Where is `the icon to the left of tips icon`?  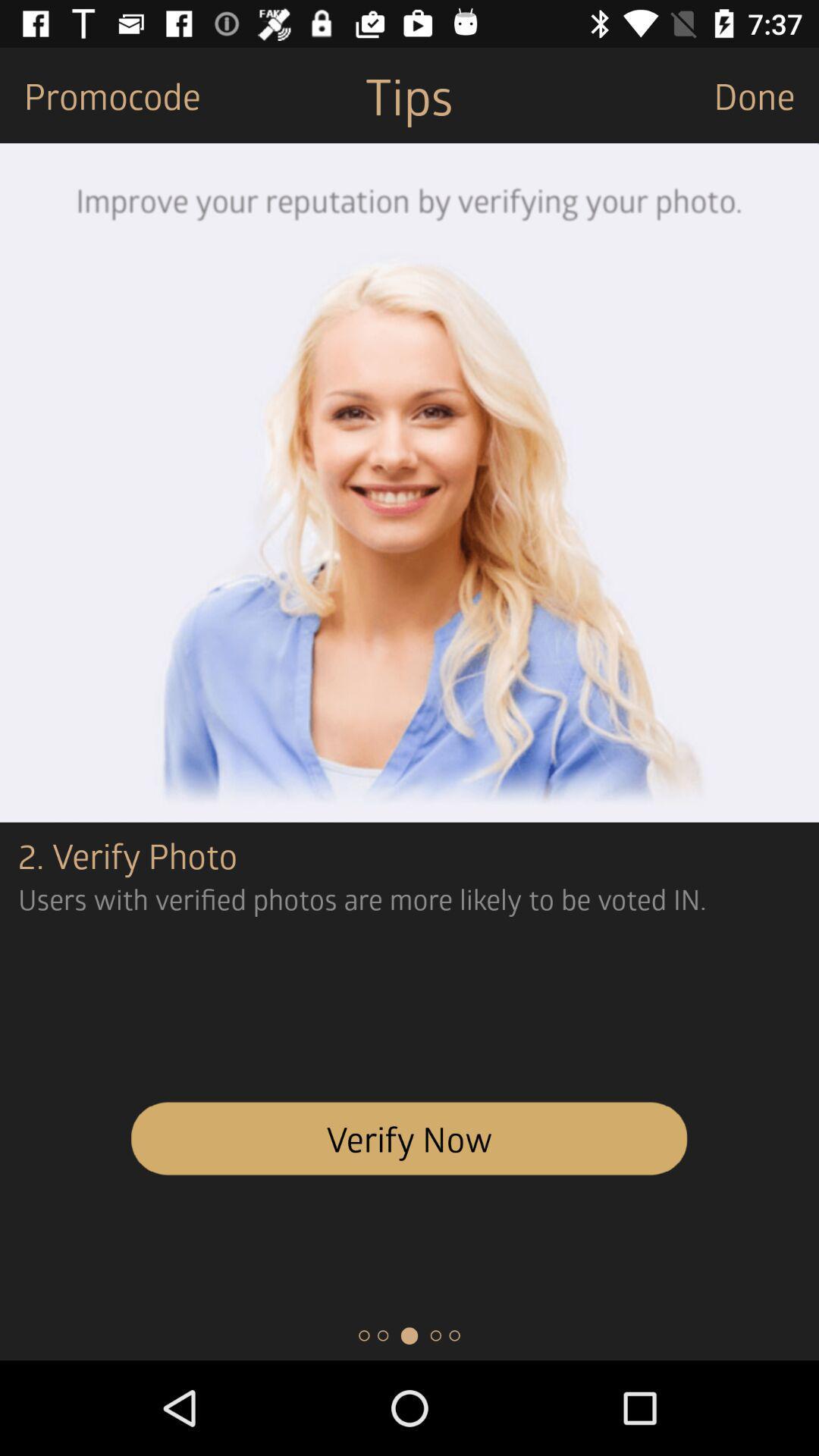
the icon to the left of tips icon is located at coordinates (100, 94).